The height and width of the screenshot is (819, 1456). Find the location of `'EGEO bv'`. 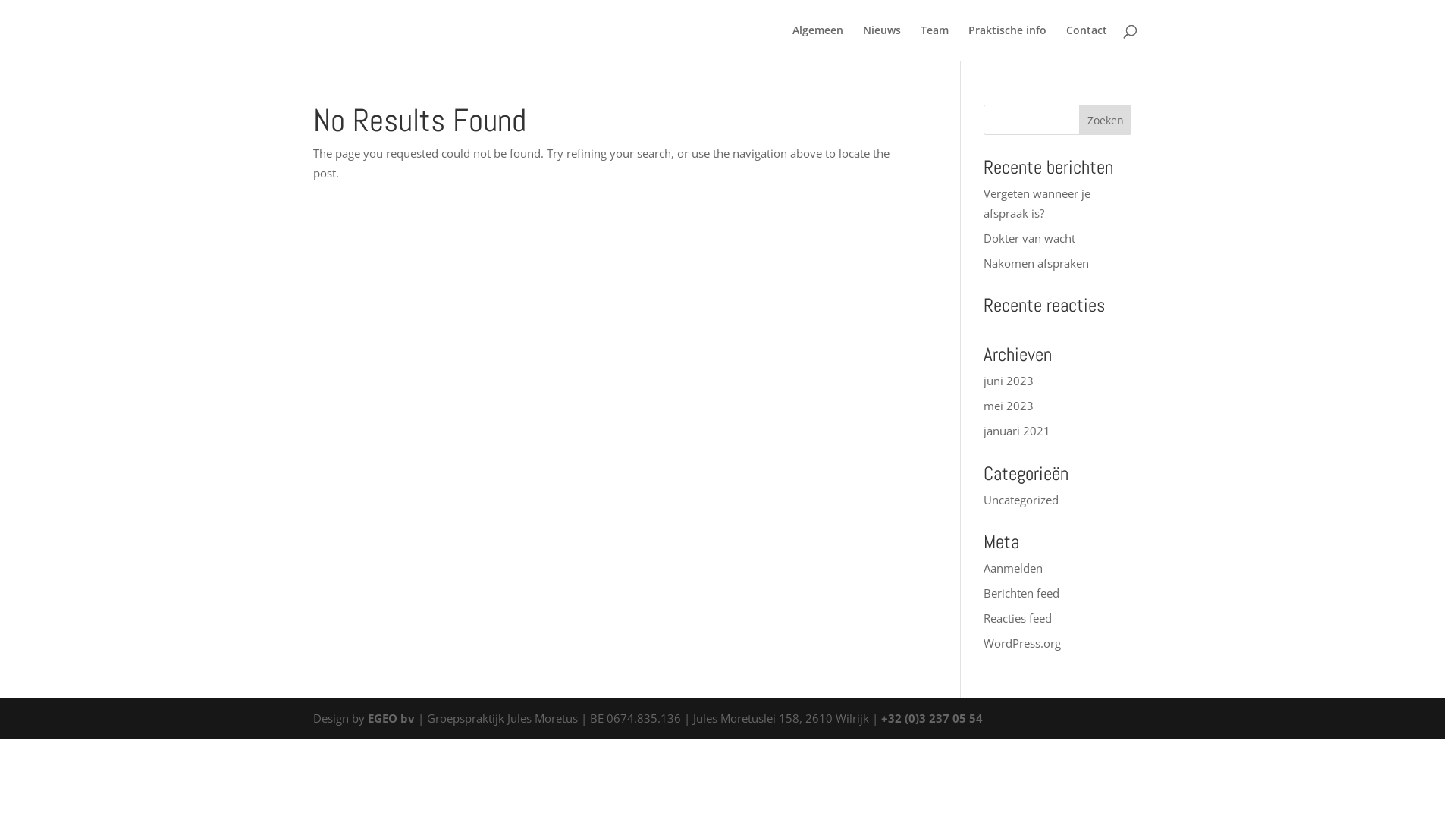

'EGEO bv' is located at coordinates (367, 717).